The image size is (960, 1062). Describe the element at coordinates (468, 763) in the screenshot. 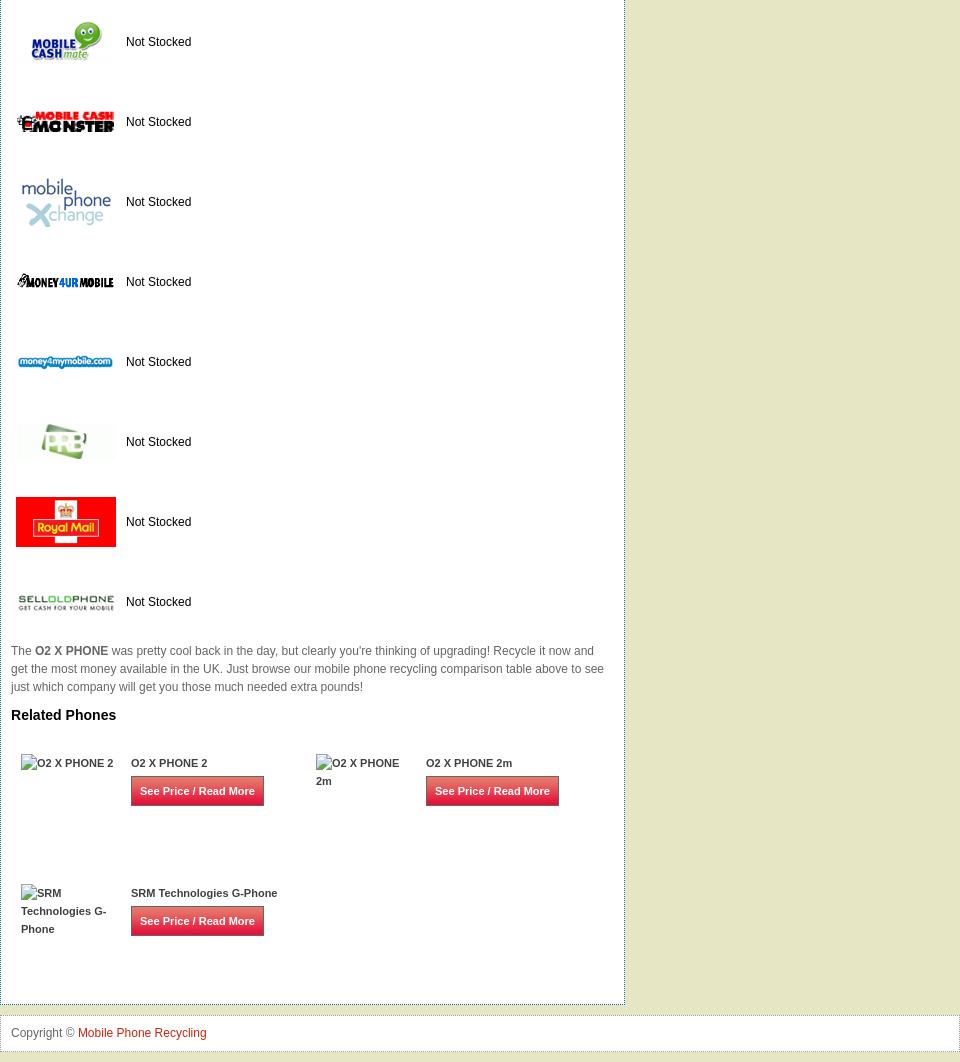

I see `'O2 X PHONE 2m'` at that location.